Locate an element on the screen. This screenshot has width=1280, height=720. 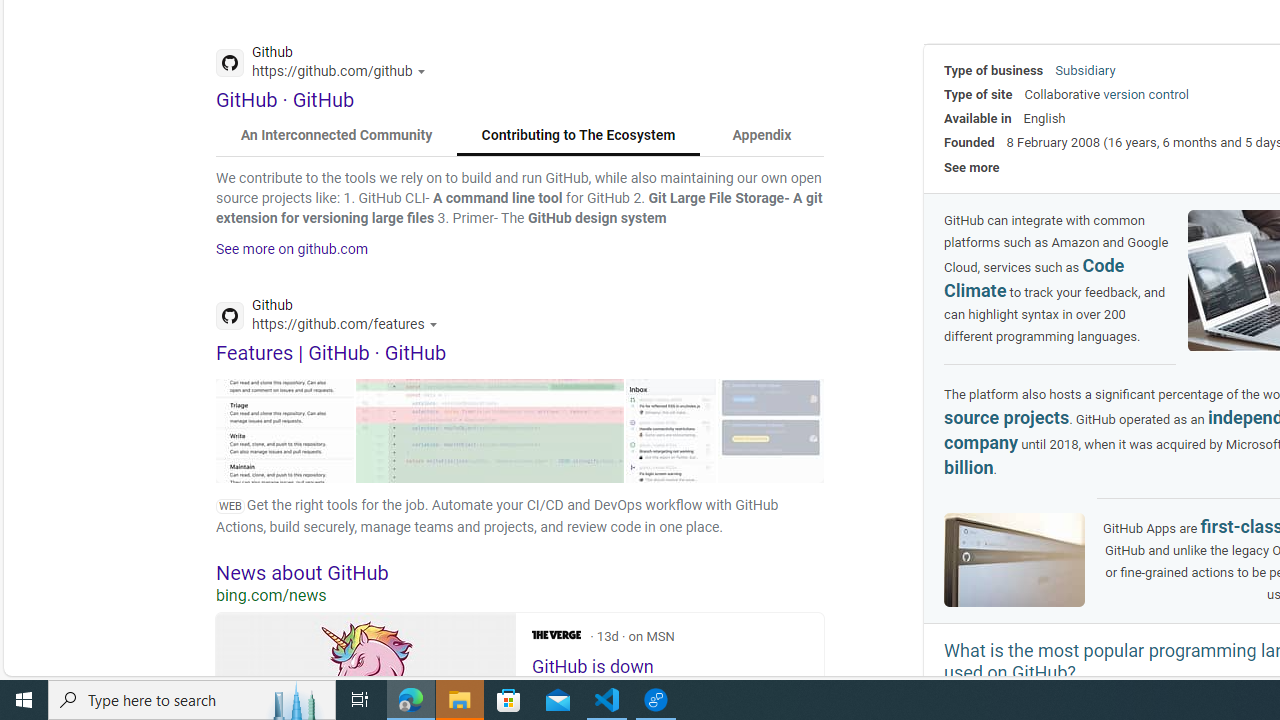
'Image of GitHub' is located at coordinates (1015, 559).